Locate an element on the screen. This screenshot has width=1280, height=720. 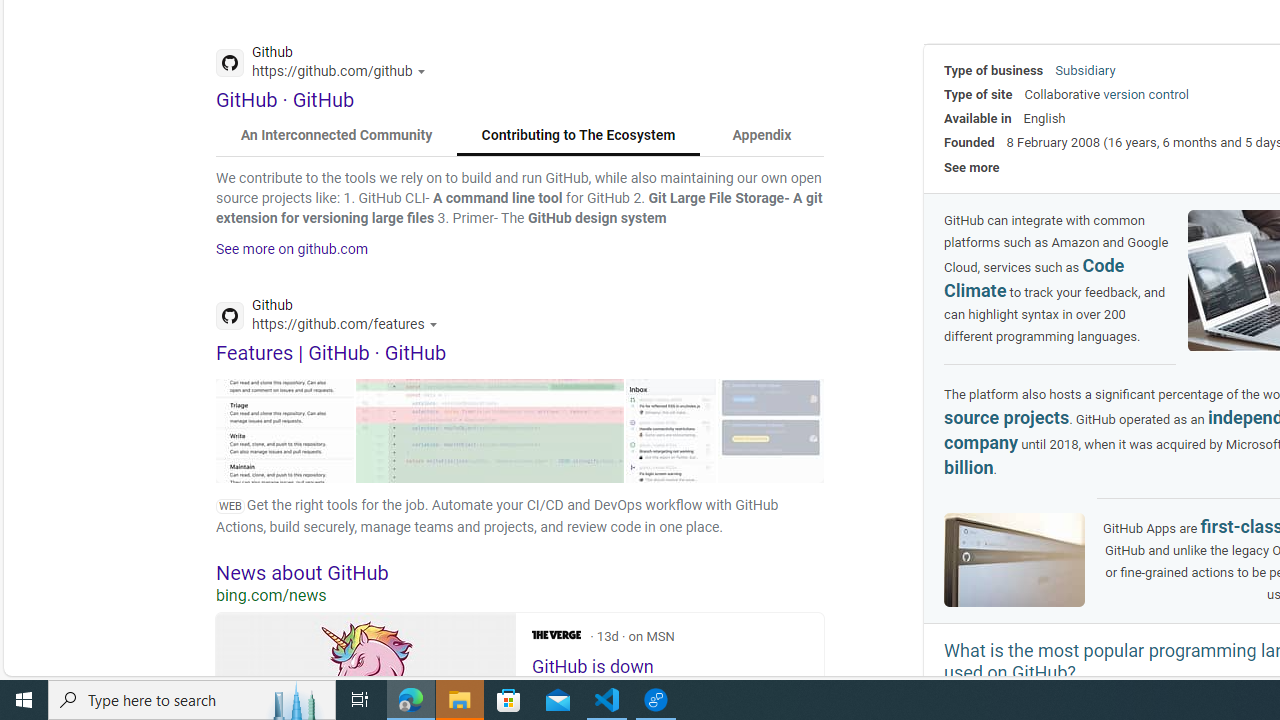
'Image of GitHub' is located at coordinates (1015, 559).